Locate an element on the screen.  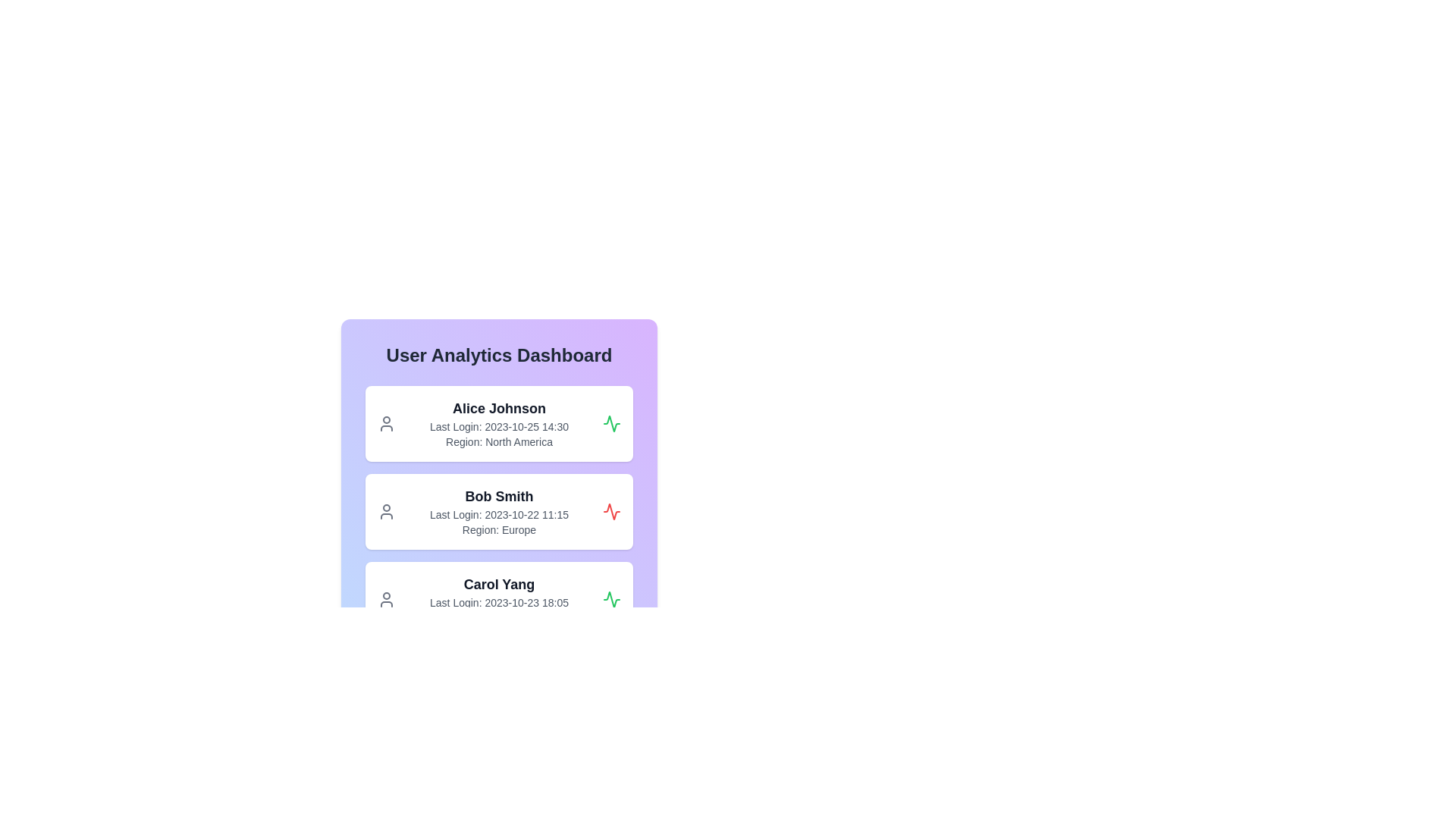
the small user icon representing 'Alice Johnson' within the first card of the 'User Analytics Dashboard' section is located at coordinates (386, 424).